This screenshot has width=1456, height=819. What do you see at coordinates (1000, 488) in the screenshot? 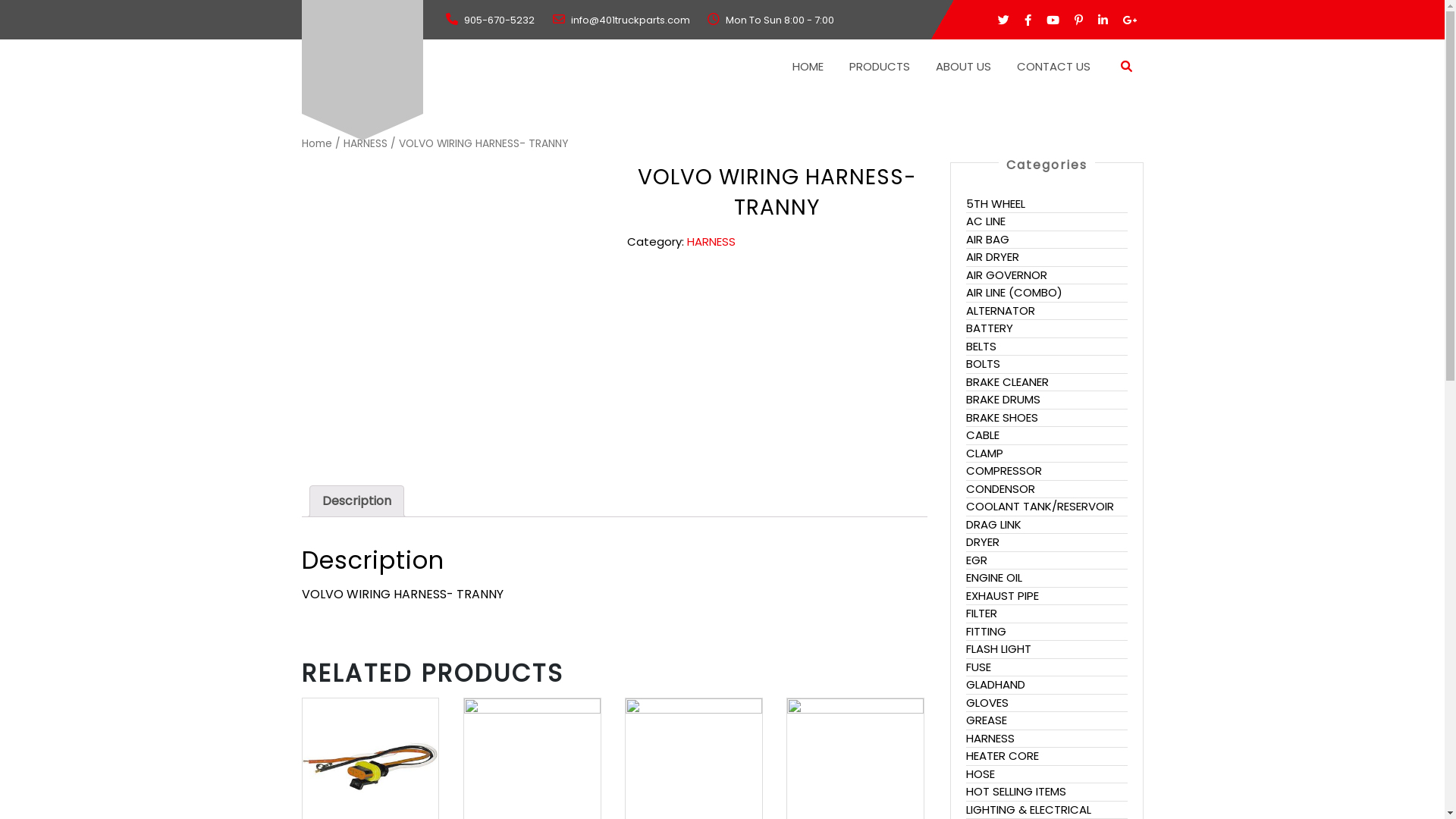
I see `'CONDENSOR'` at bounding box center [1000, 488].